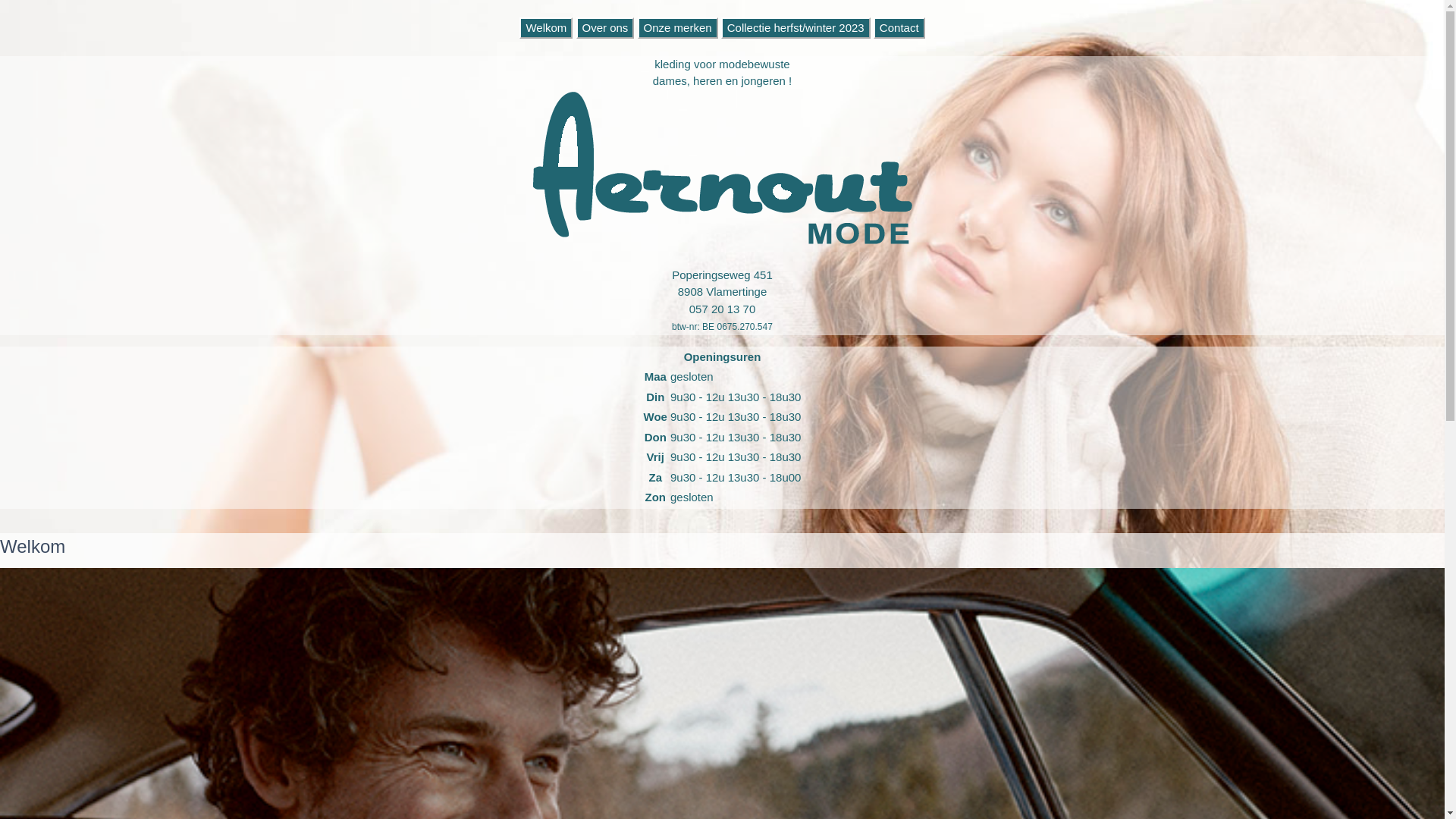 This screenshot has height=819, width=1456. What do you see at coordinates (604, 27) in the screenshot?
I see `'Over ons'` at bounding box center [604, 27].